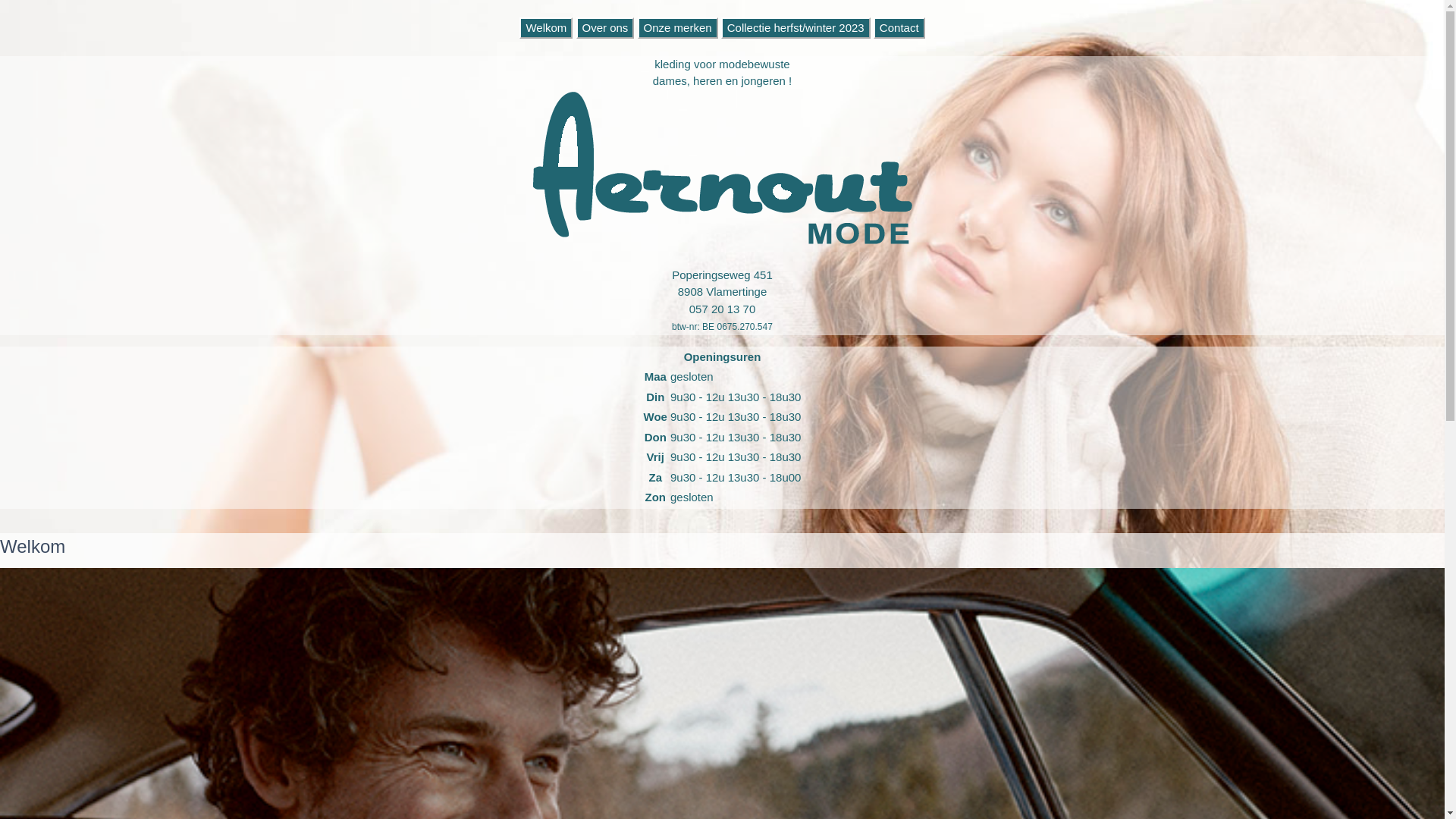 This screenshot has height=819, width=1456. What do you see at coordinates (604, 27) in the screenshot?
I see `'Over ons'` at bounding box center [604, 27].